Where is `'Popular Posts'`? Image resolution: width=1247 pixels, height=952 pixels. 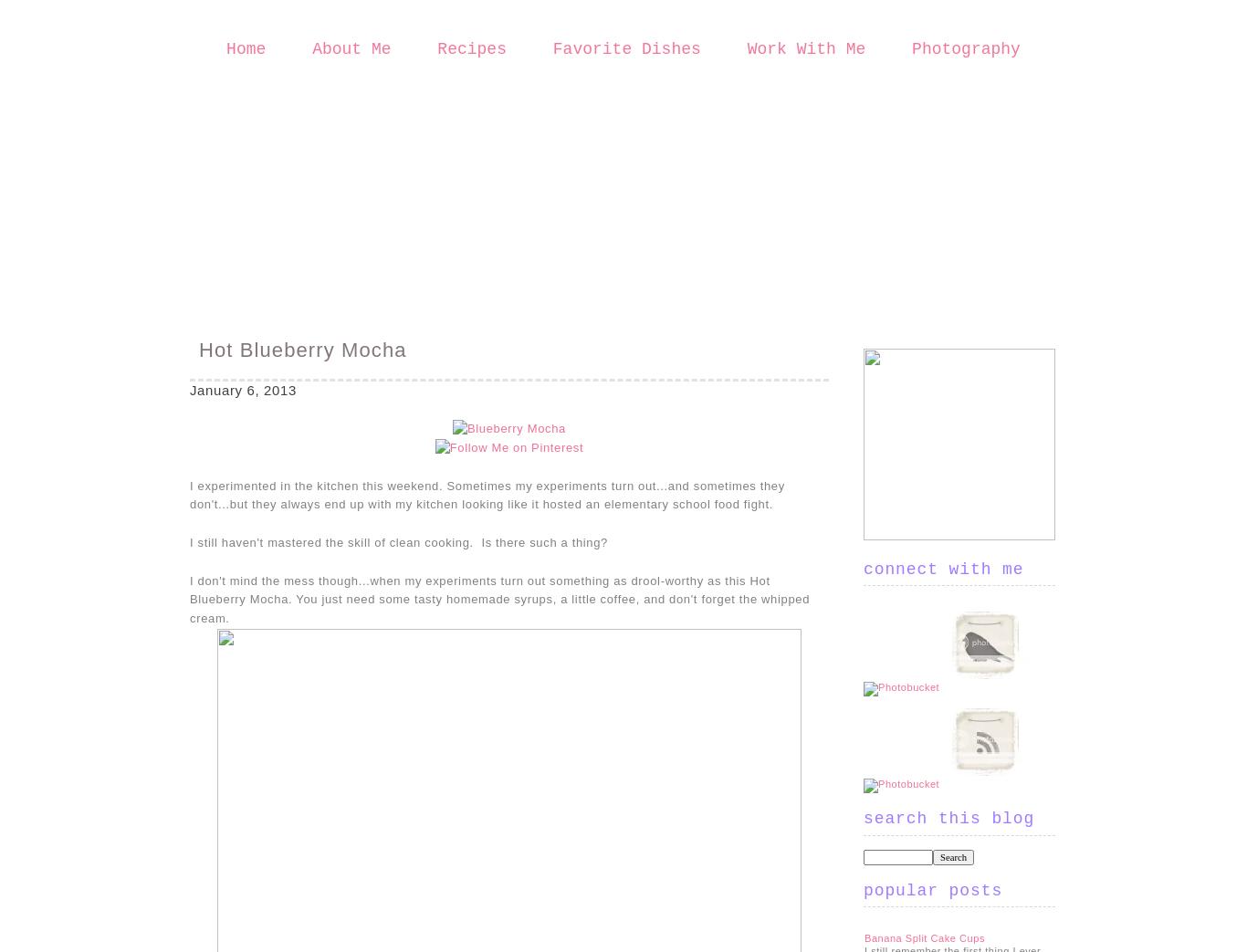 'Popular Posts' is located at coordinates (933, 889).